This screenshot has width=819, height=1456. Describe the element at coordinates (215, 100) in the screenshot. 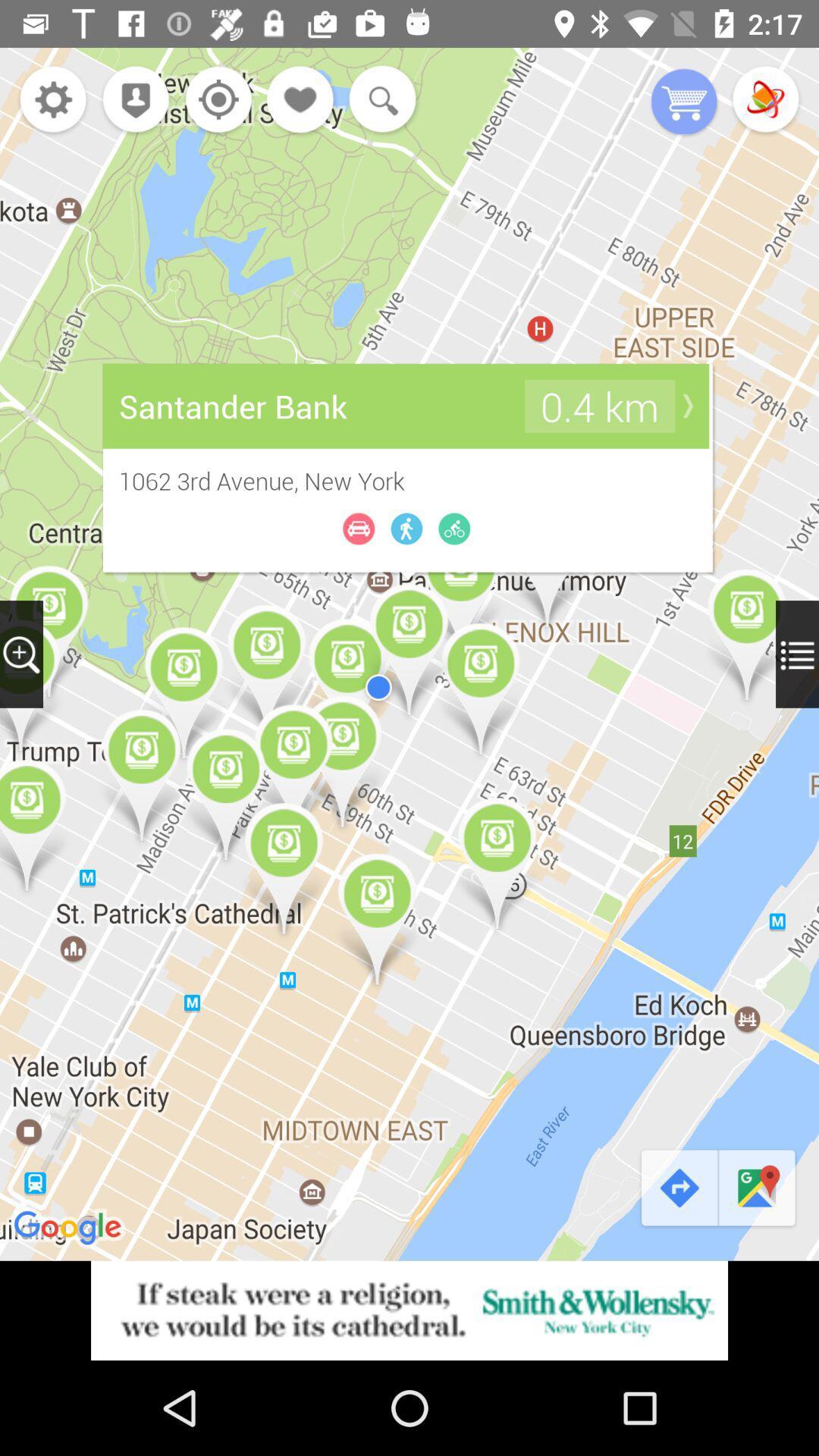

I see `the location_crosshair icon` at that location.